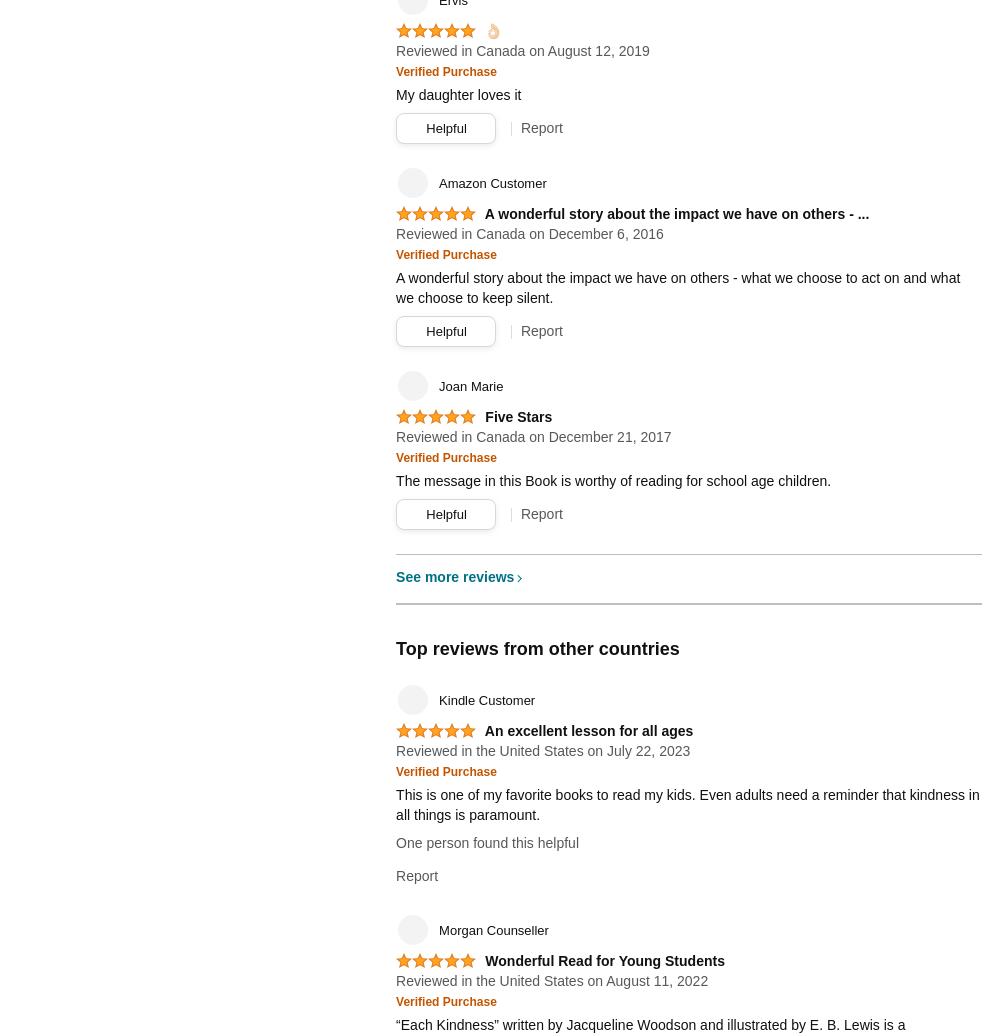  Describe the element at coordinates (396, 842) in the screenshot. I see `'One person found this helpful'` at that location.